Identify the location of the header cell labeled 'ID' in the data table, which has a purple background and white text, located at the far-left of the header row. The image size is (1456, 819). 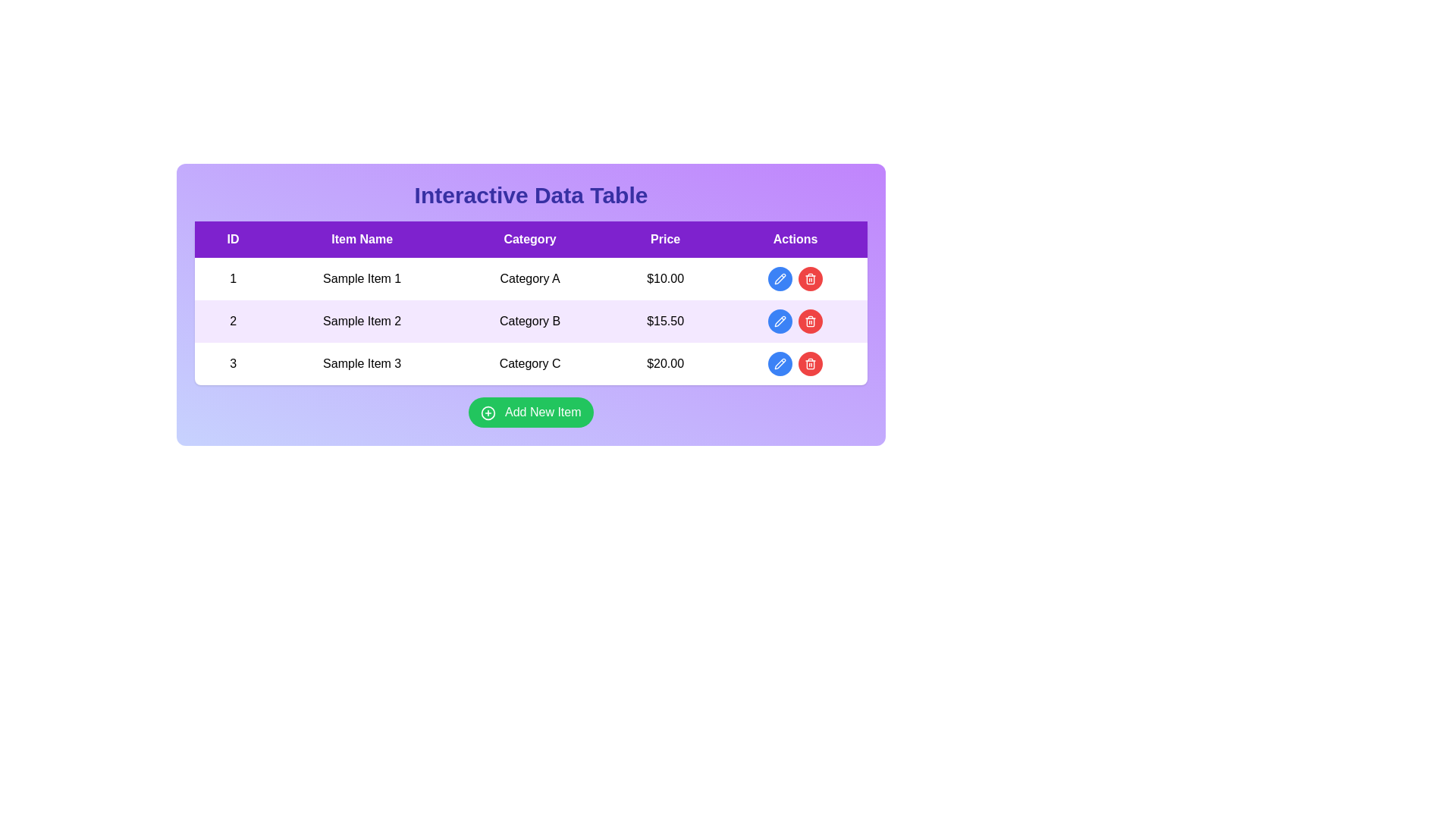
(232, 239).